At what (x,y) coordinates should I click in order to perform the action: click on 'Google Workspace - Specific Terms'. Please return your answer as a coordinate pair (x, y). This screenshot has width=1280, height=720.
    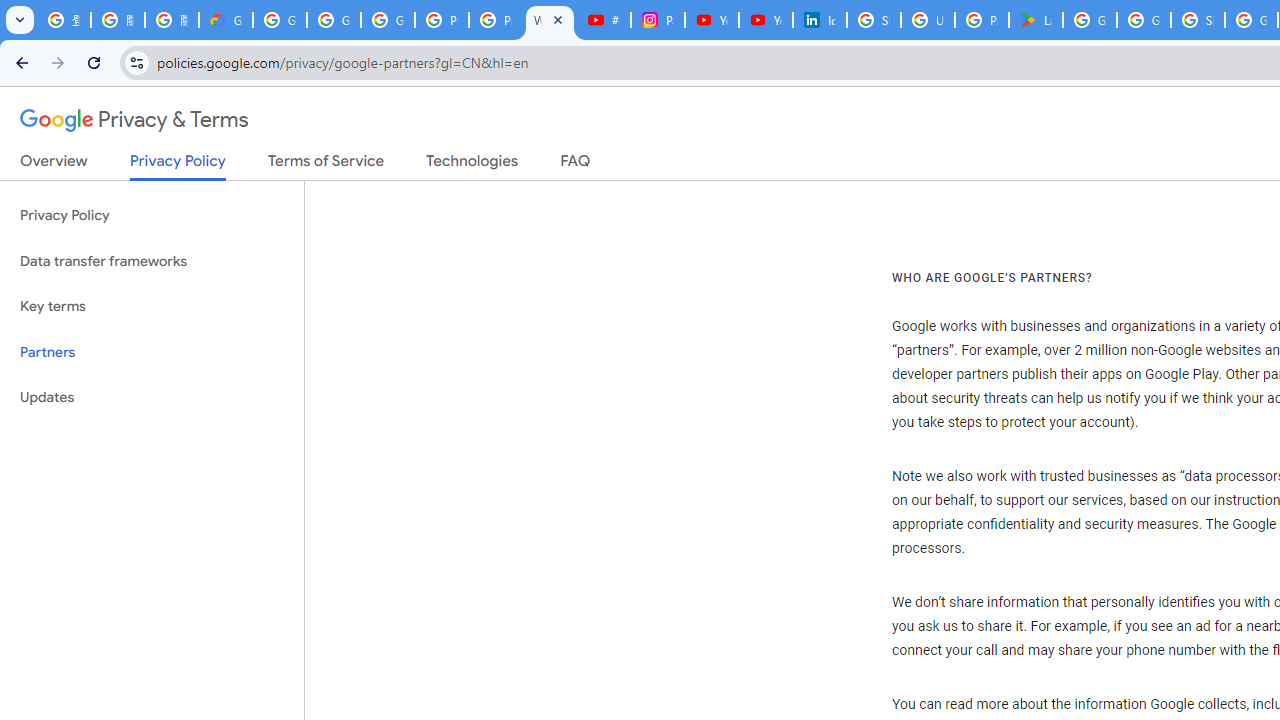
    Looking at the image, I should click on (1144, 20).